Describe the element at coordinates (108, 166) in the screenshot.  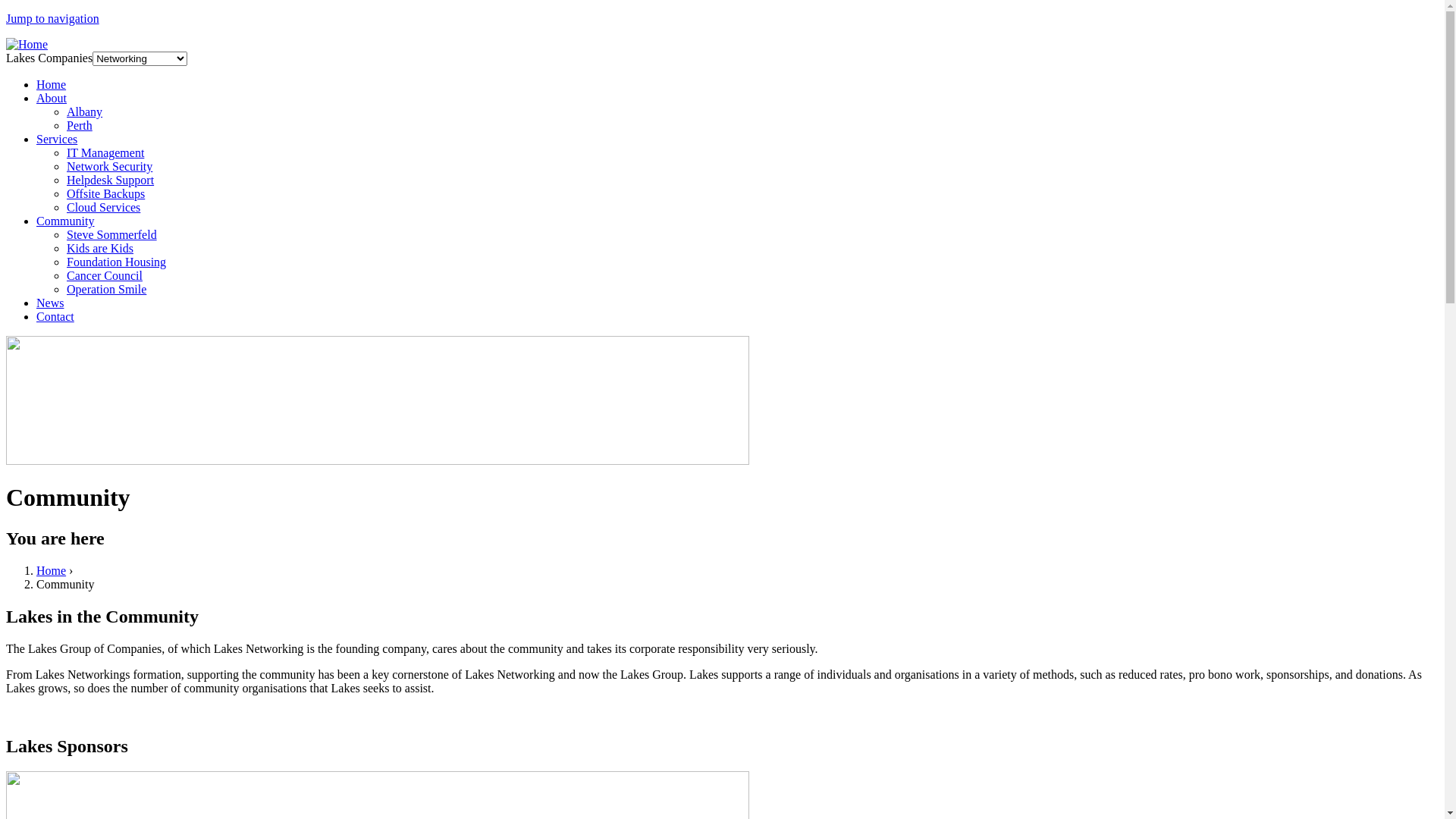
I see `'Network Security'` at that location.